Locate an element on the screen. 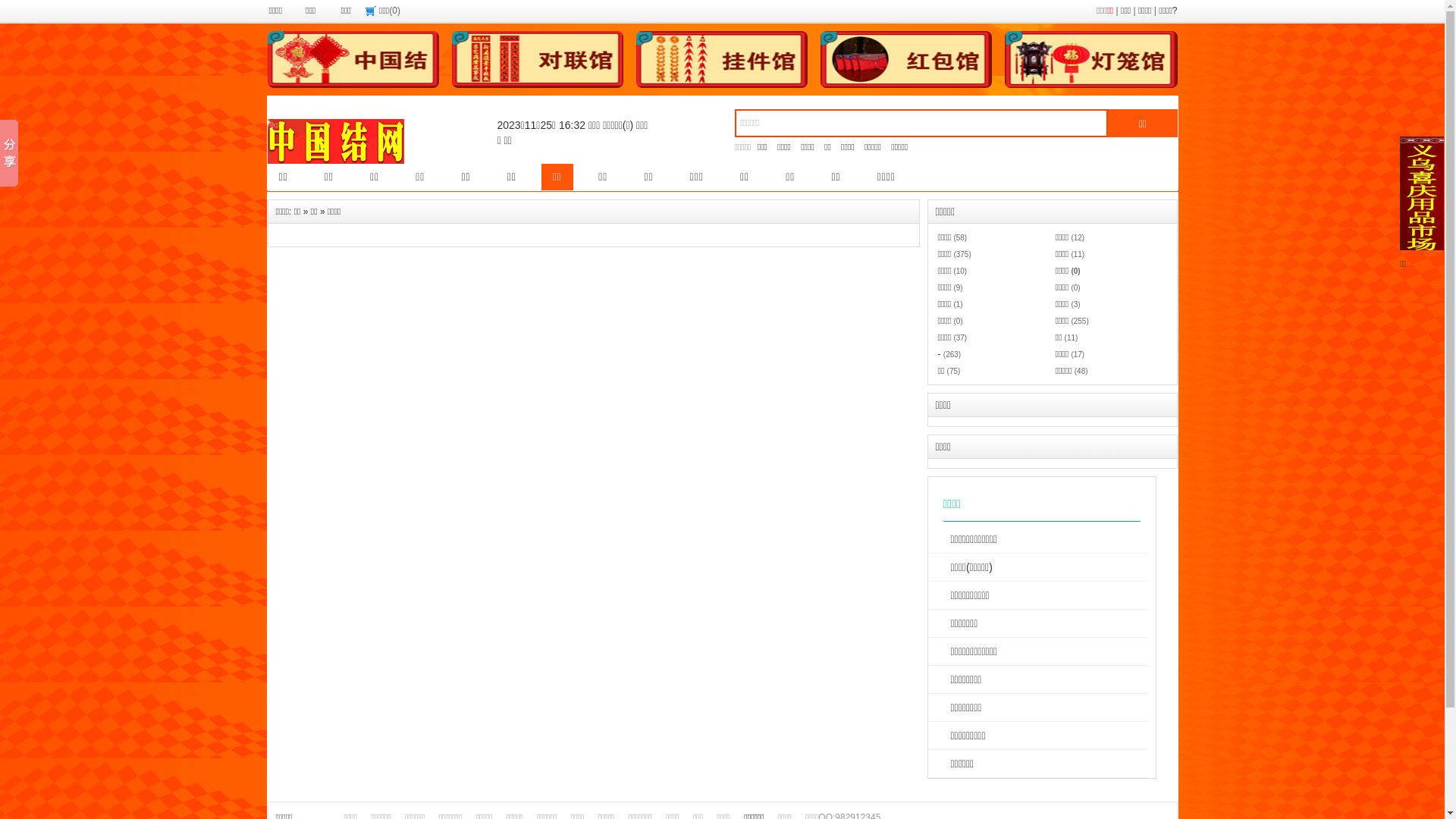 The height and width of the screenshot is (819, 1456). '-' is located at coordinates (938, 353).